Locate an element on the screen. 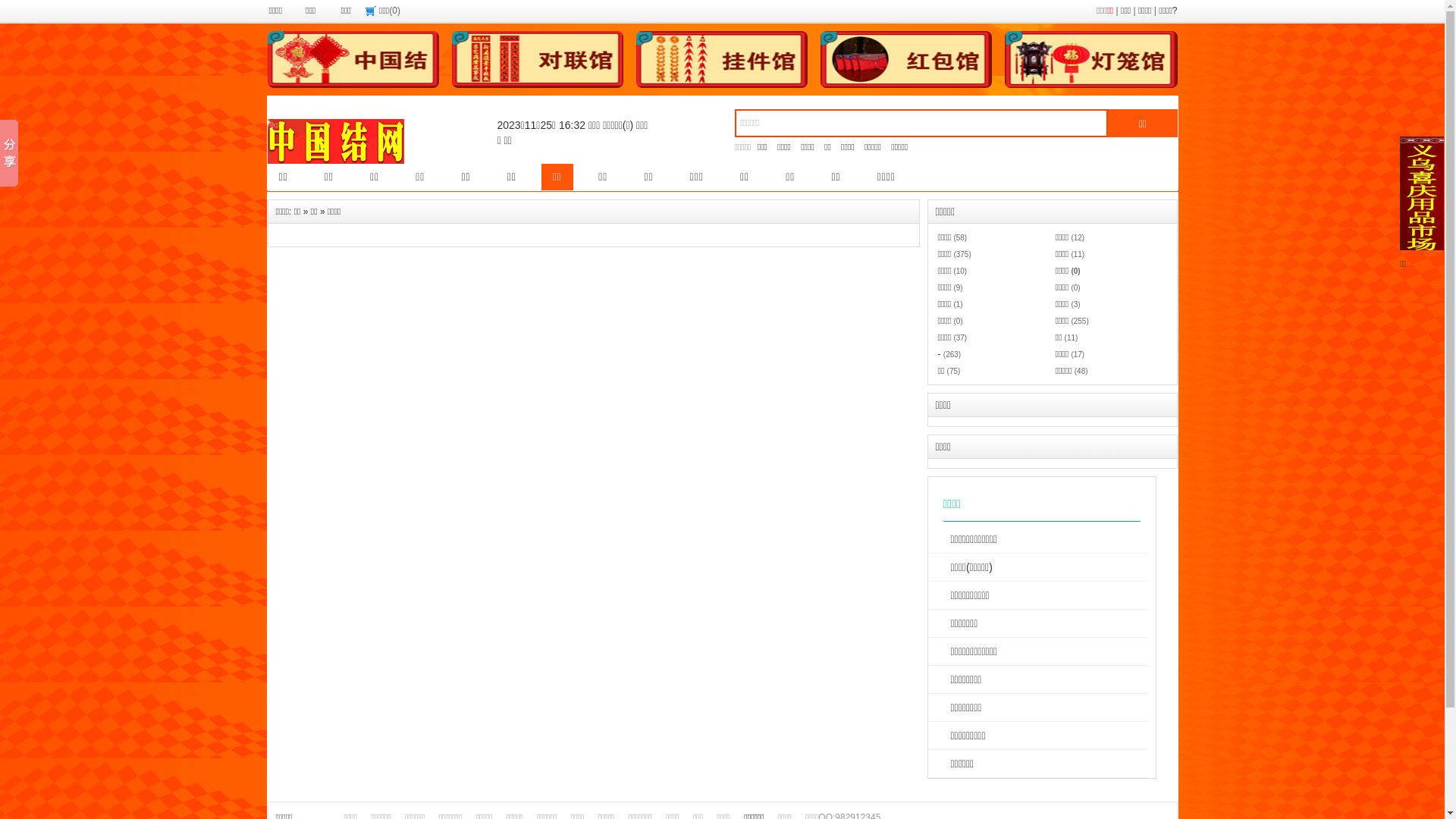 The height and width of the screenshot is (819, 1456). '-' is located at coordinates (938, 353).